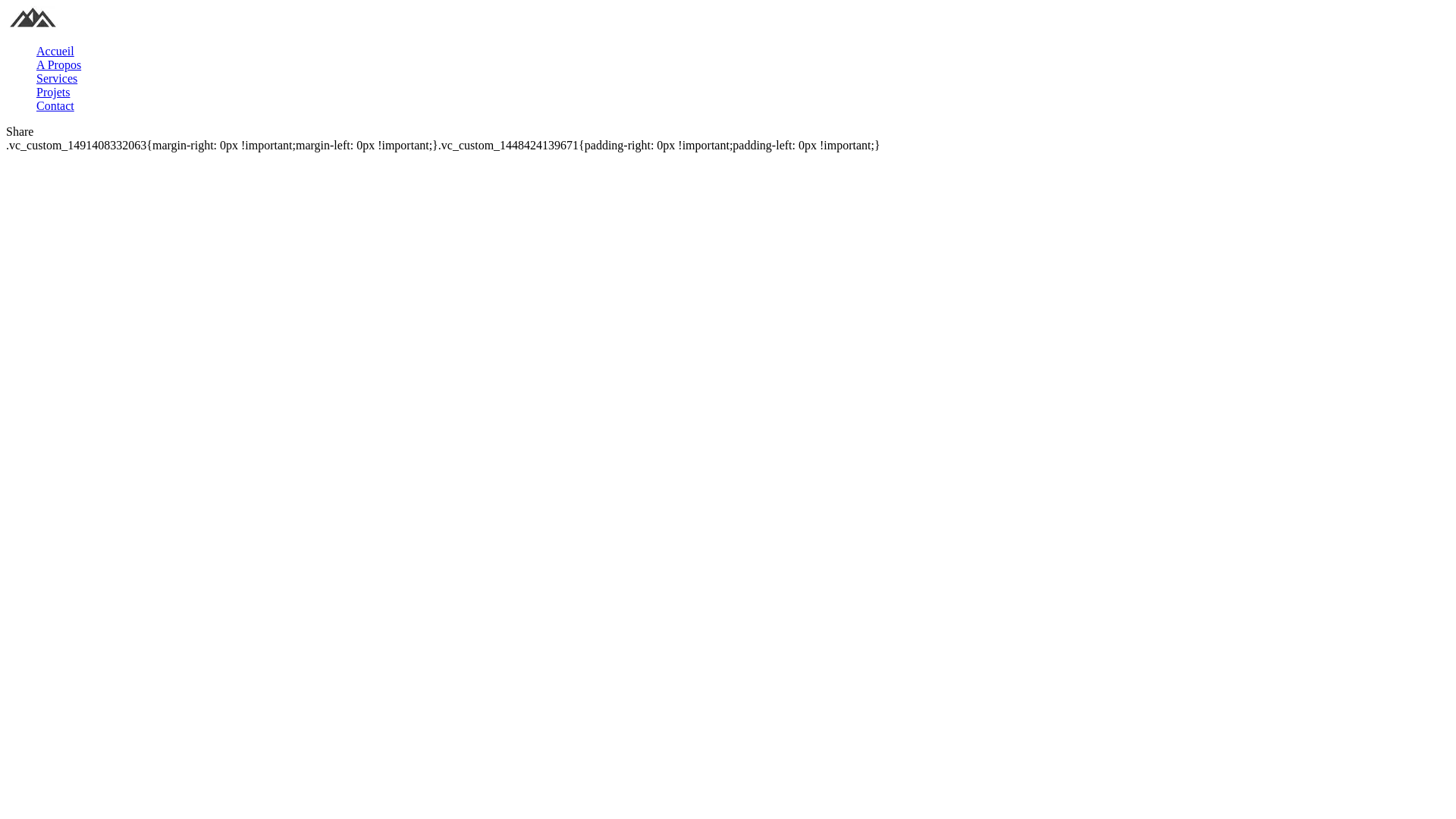 Image resolution: width=1456 pixels, height=819 pixels. Describe the element at coordinates (19, 130) in the screenshot. I see `'Share'` at that location.